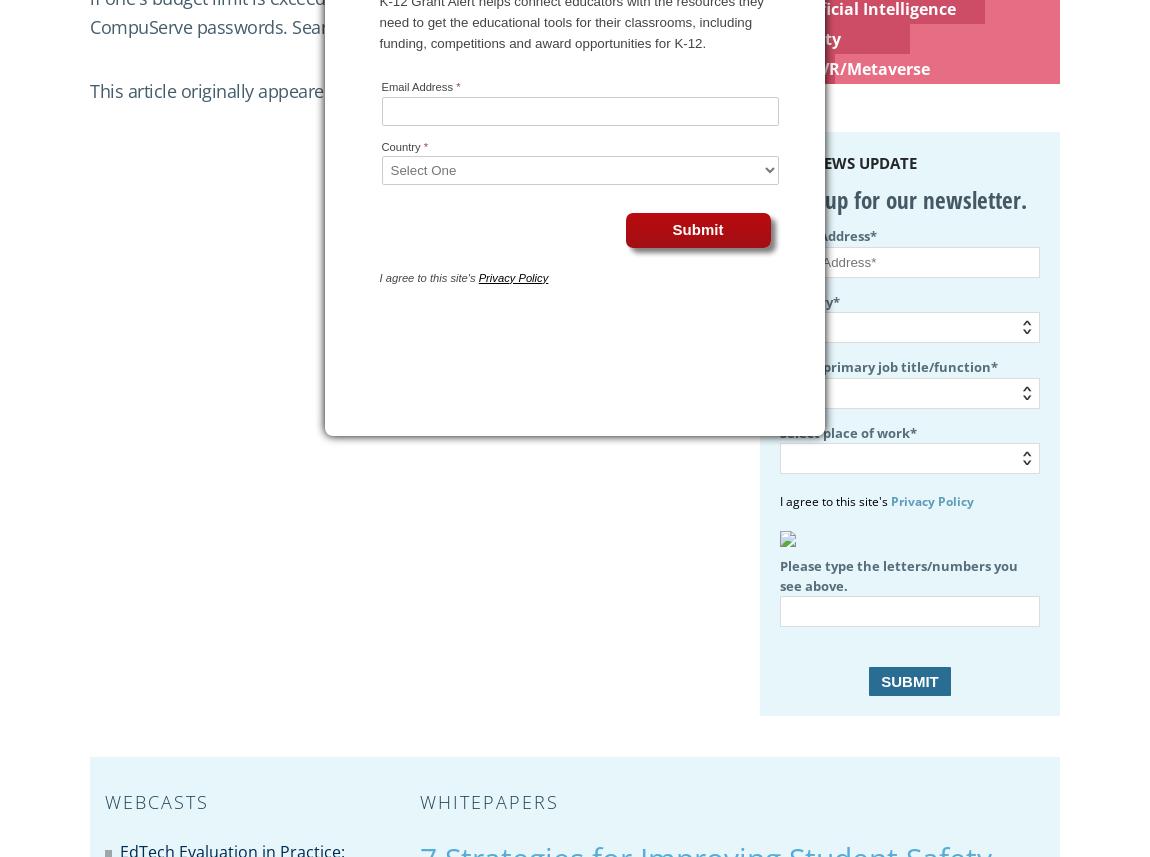  What do you see at coordinates (847, 431) in the screenshot?
I see `'Select place of work*'` at bounding box center [847, 431].